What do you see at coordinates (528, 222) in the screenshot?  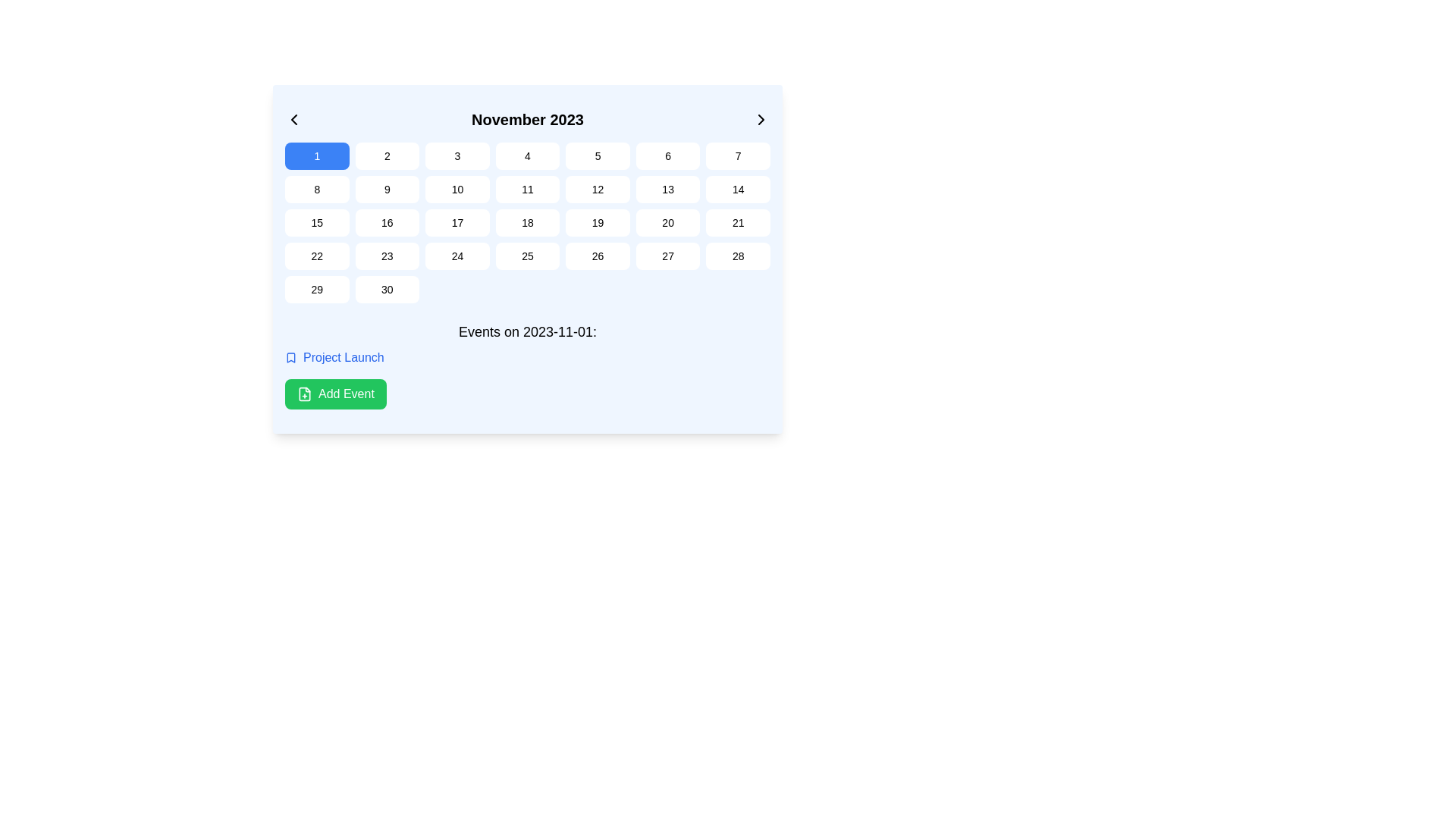 I see `the button representing the 18th day in the calendar interface to focus on it` at bounding box center [528, 222].